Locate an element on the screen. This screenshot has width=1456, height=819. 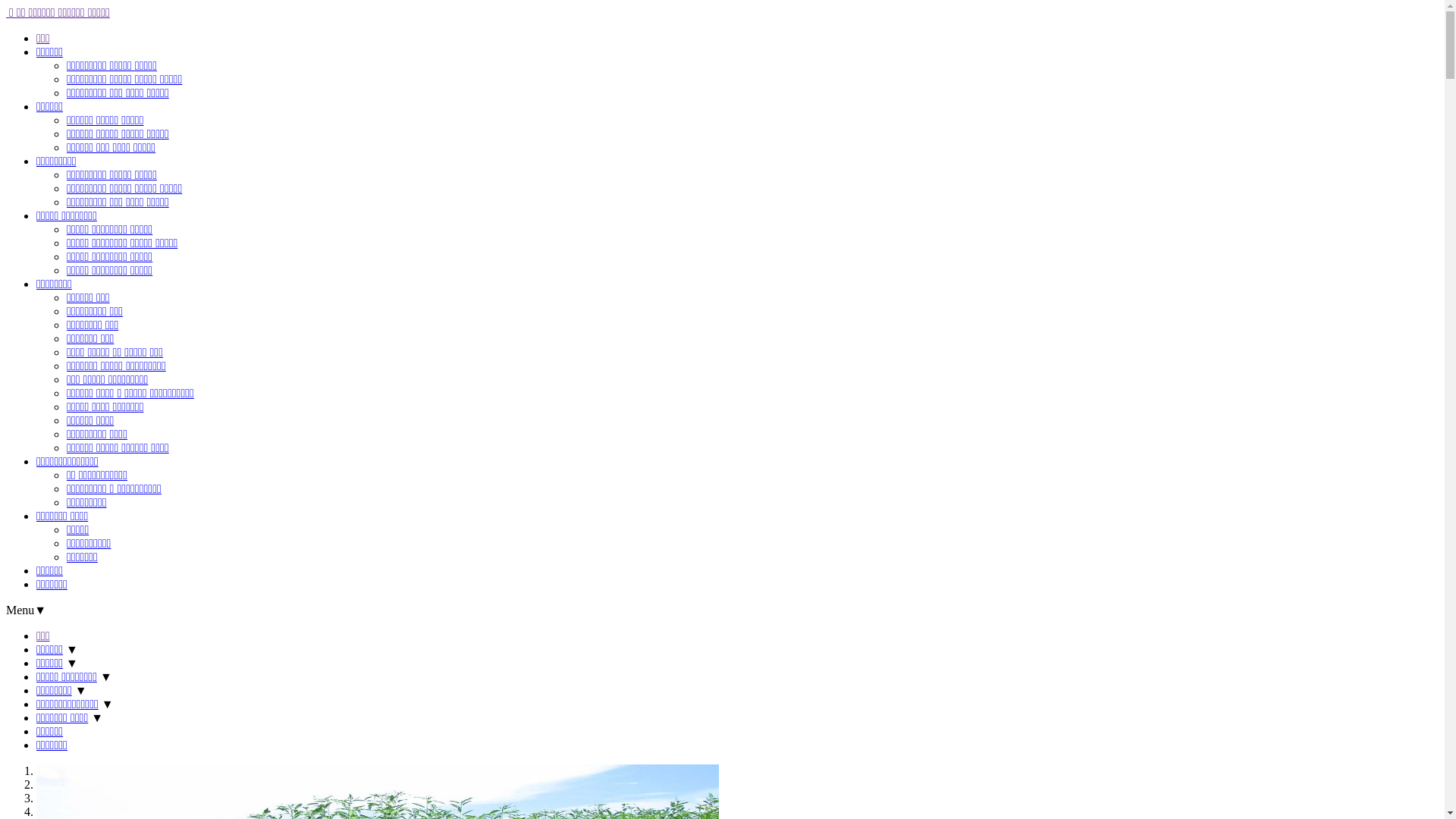
'2' is located at coordinates (39, 784).